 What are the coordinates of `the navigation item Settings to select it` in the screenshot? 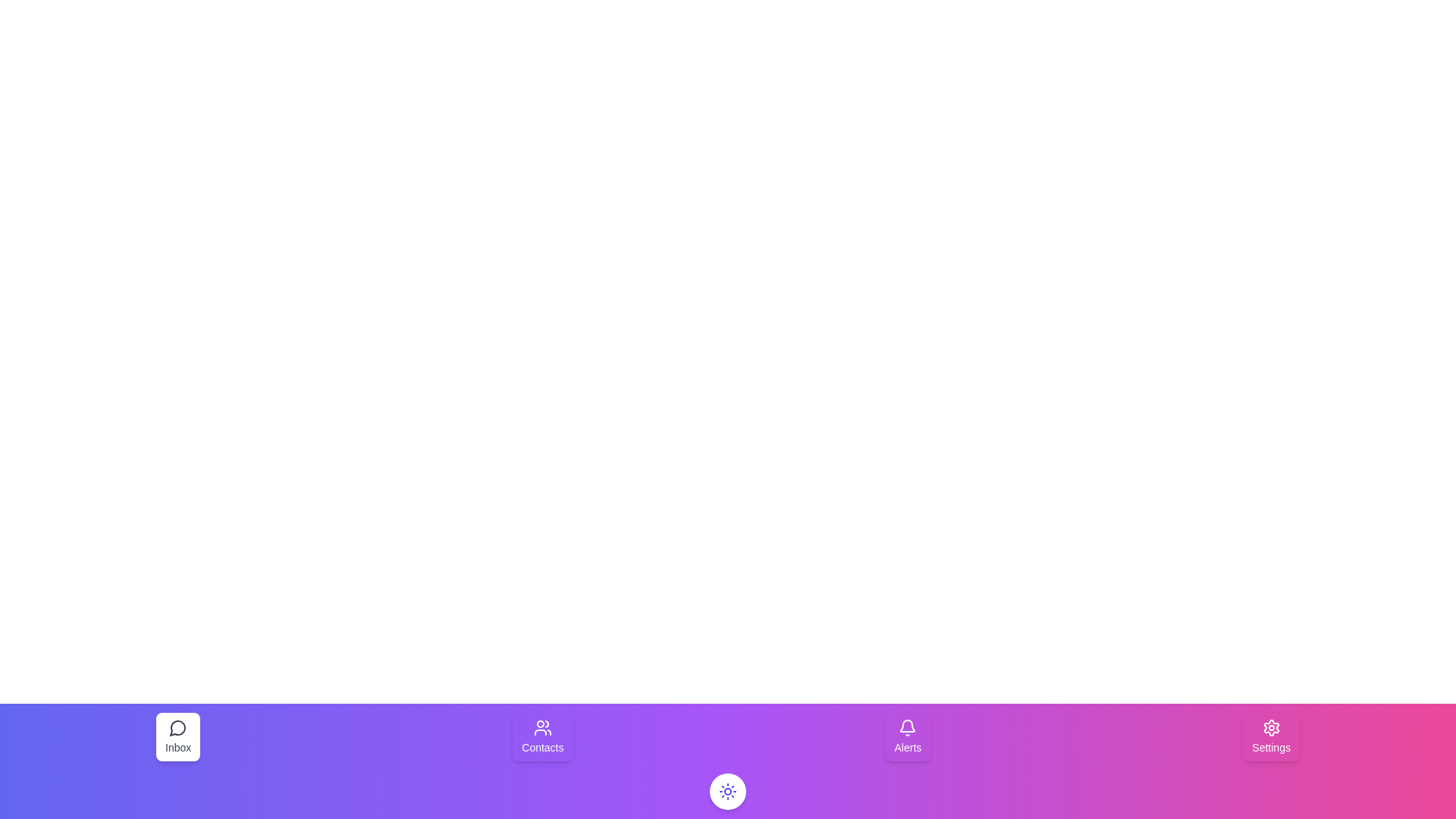 It's located at (1270, 736).